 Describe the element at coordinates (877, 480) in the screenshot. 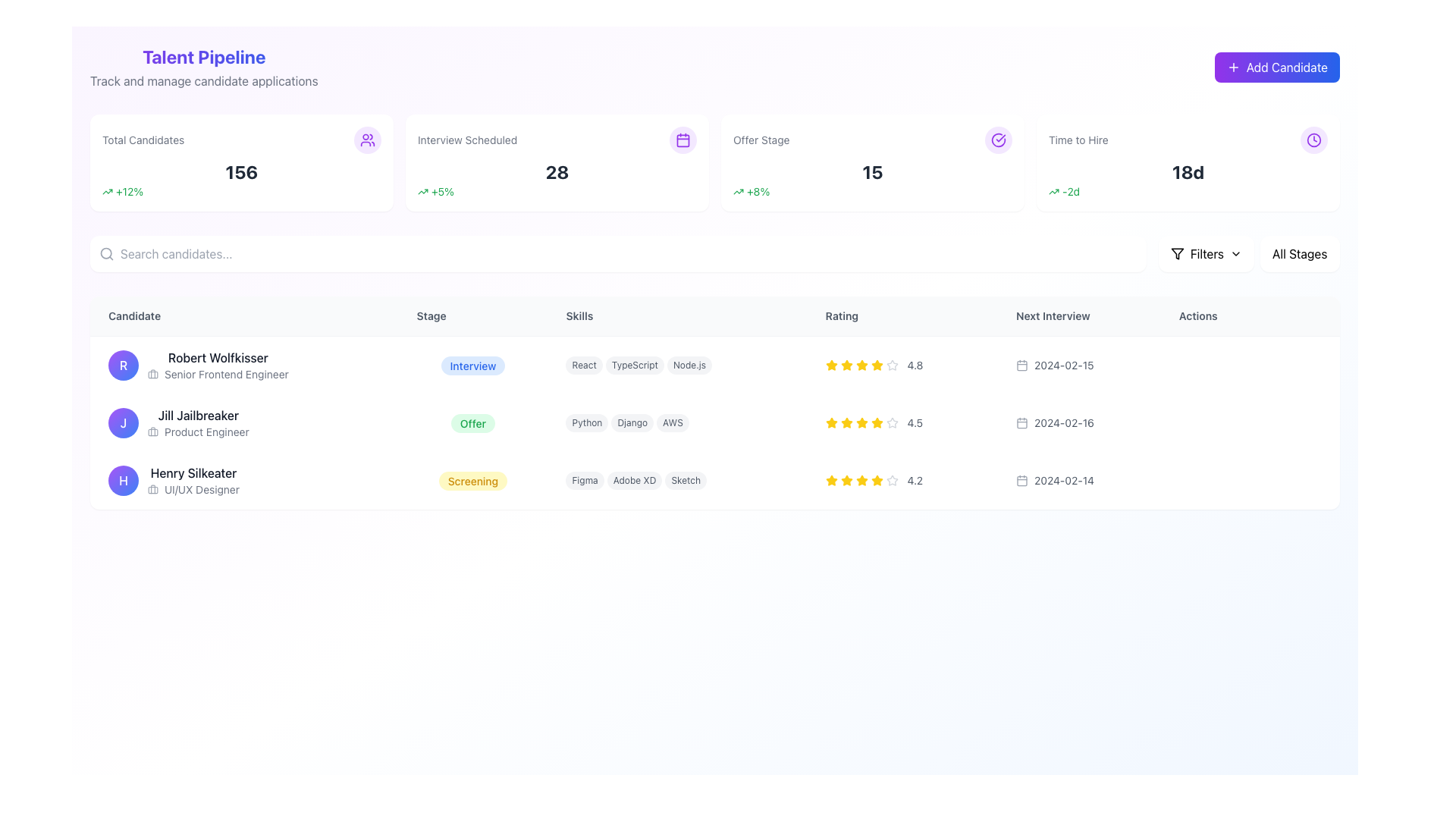

I see `the fifth star icon in the rating system for 'Henry Silkeater', located in the third row of the table under the 'Rating' column` at that location.